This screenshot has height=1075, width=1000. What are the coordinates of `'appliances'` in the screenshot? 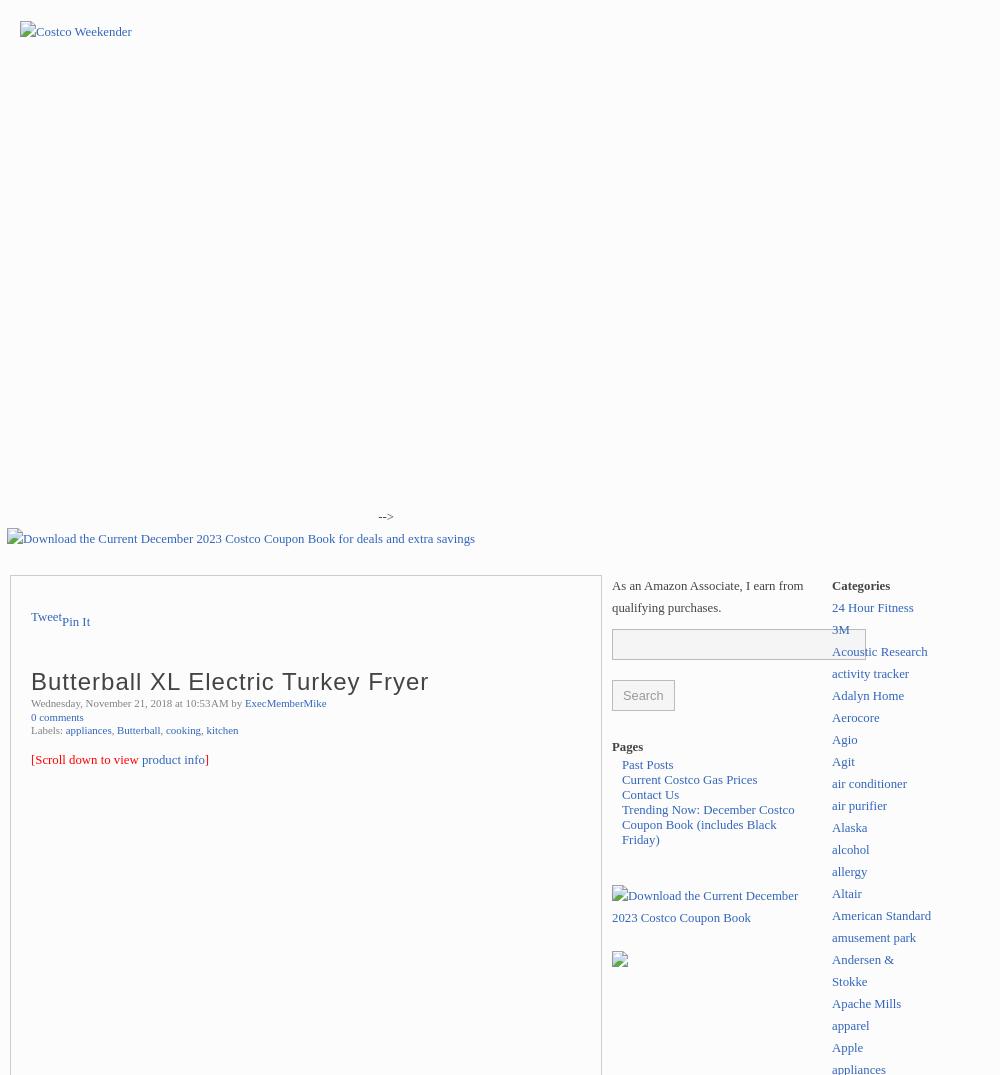 It's located at (87, 729).